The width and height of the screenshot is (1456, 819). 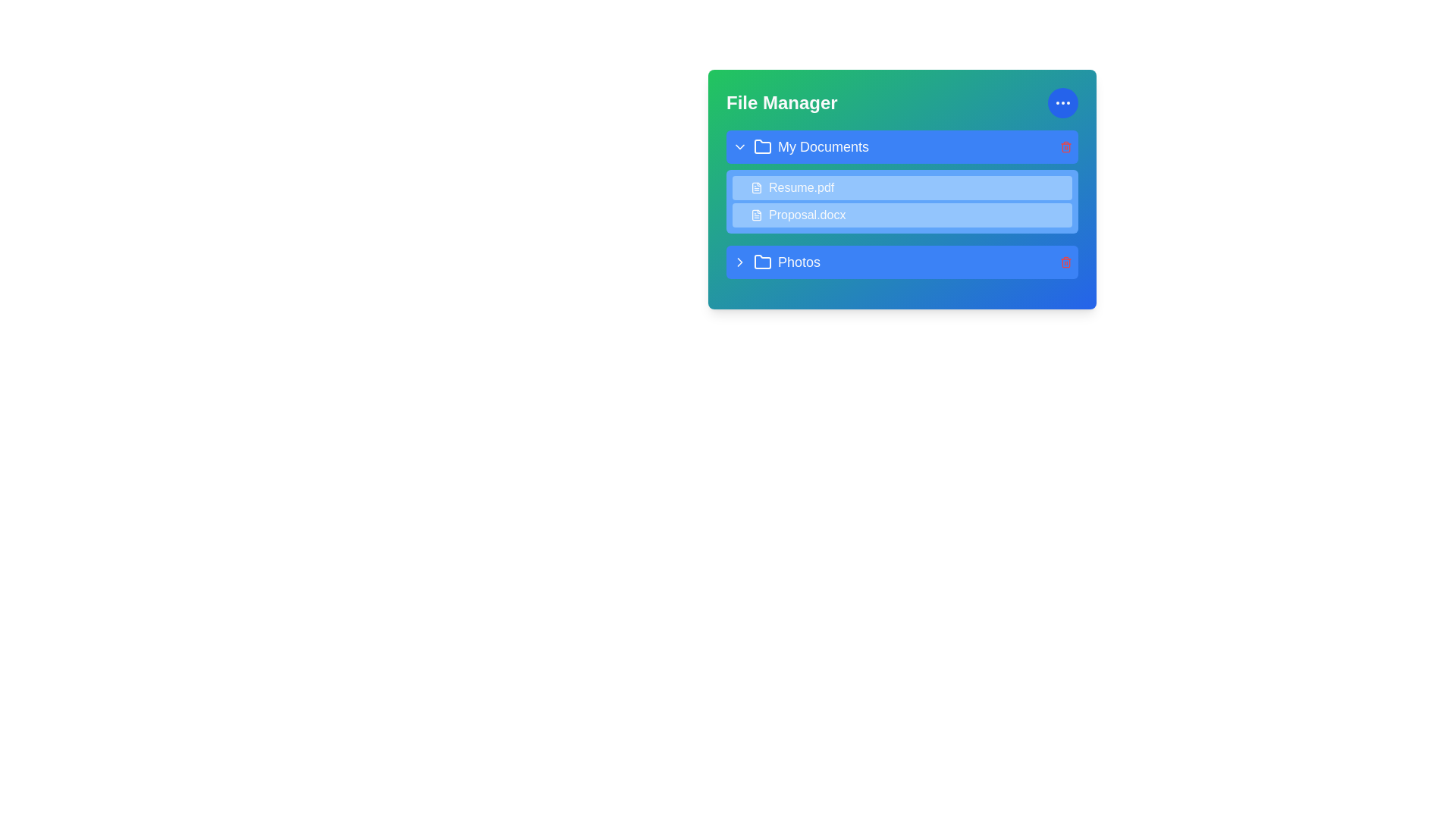 I want to click on the 'Photos' folder item in the file manager, so click(x=776, y=262).